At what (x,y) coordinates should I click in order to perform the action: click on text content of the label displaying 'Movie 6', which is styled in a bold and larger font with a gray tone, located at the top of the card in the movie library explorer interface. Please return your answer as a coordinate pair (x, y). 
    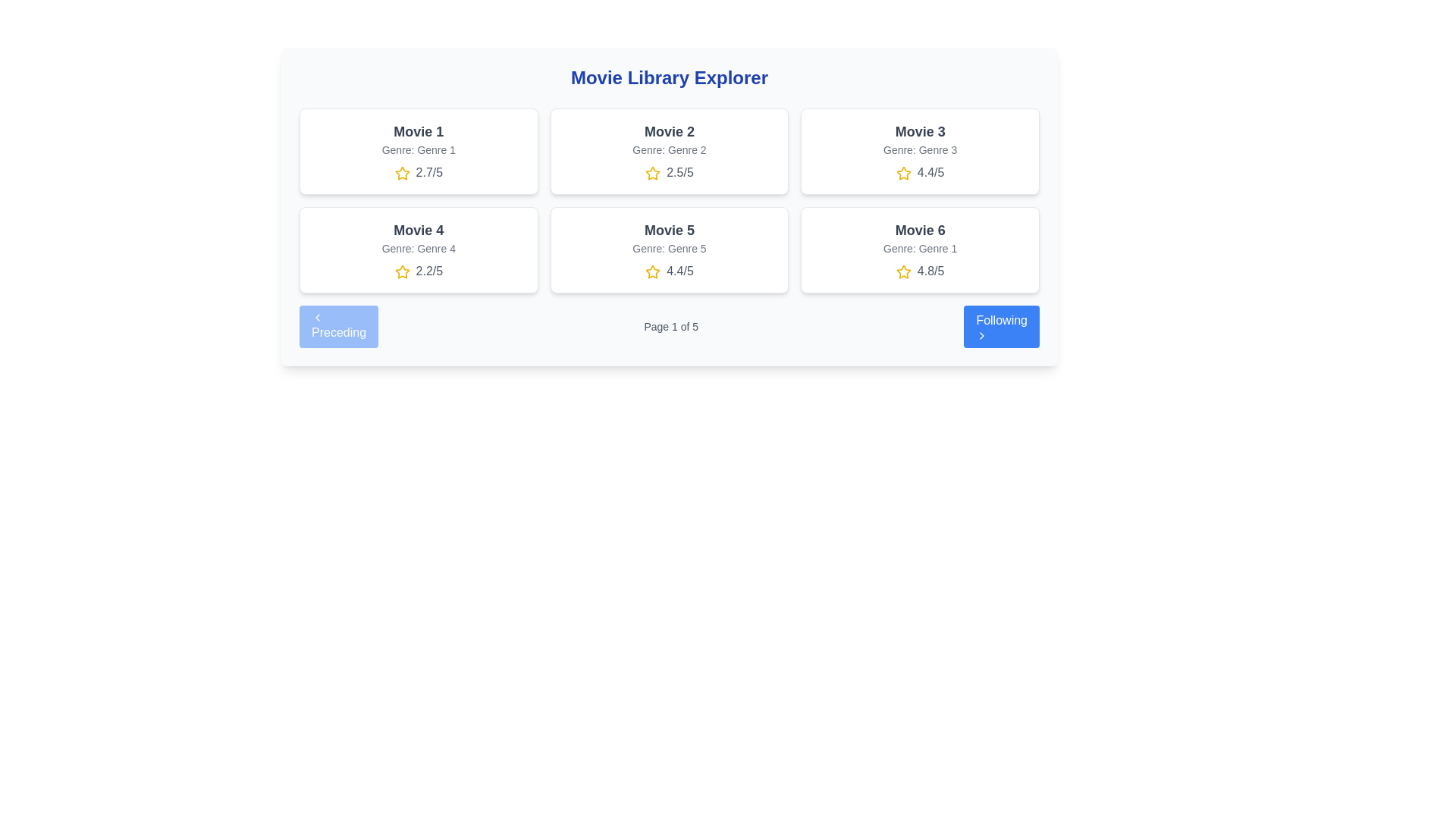
    Looking at the image, I should click on (919, 231).